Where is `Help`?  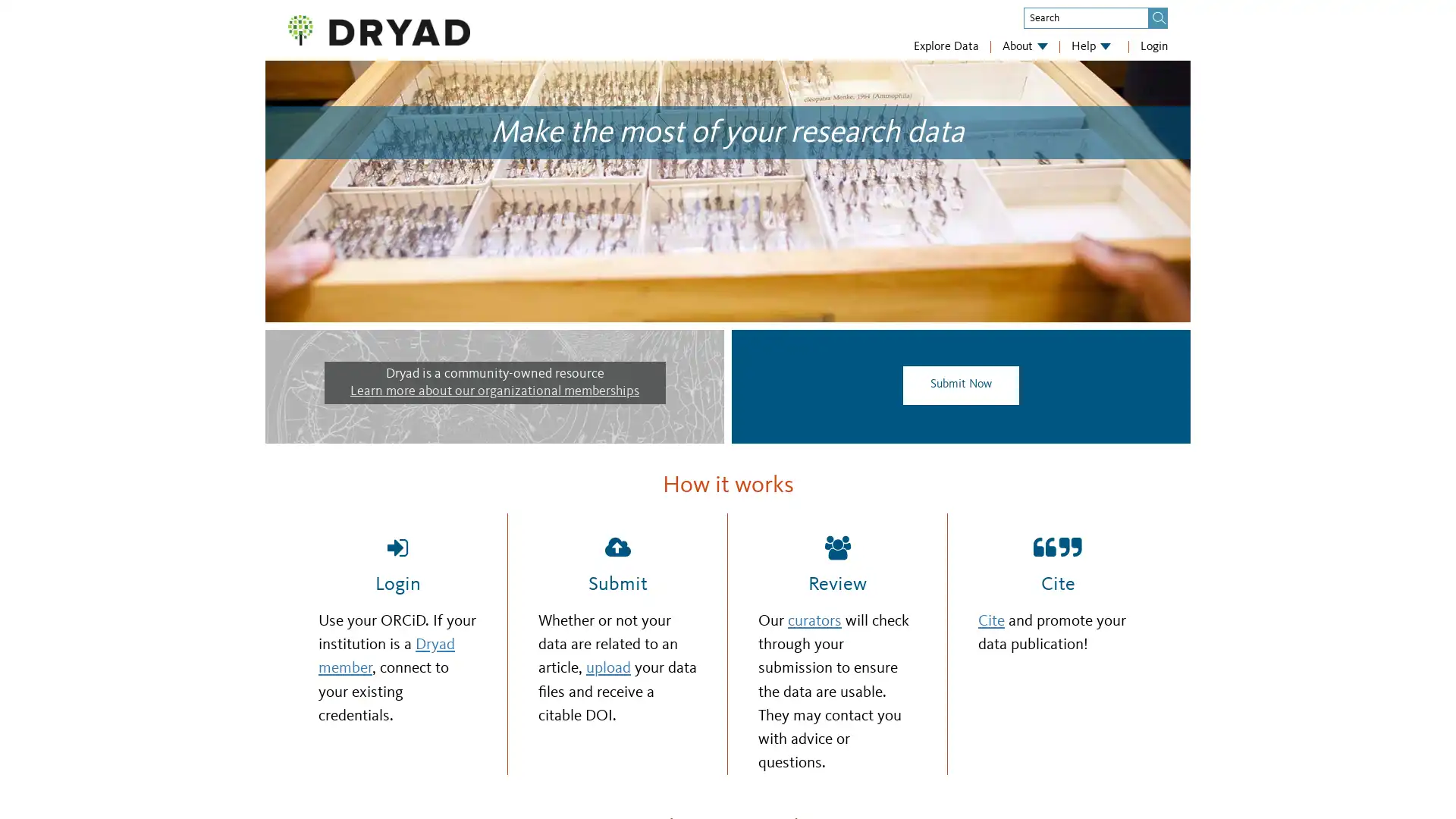 Help is located at coordinates (1090, 45).